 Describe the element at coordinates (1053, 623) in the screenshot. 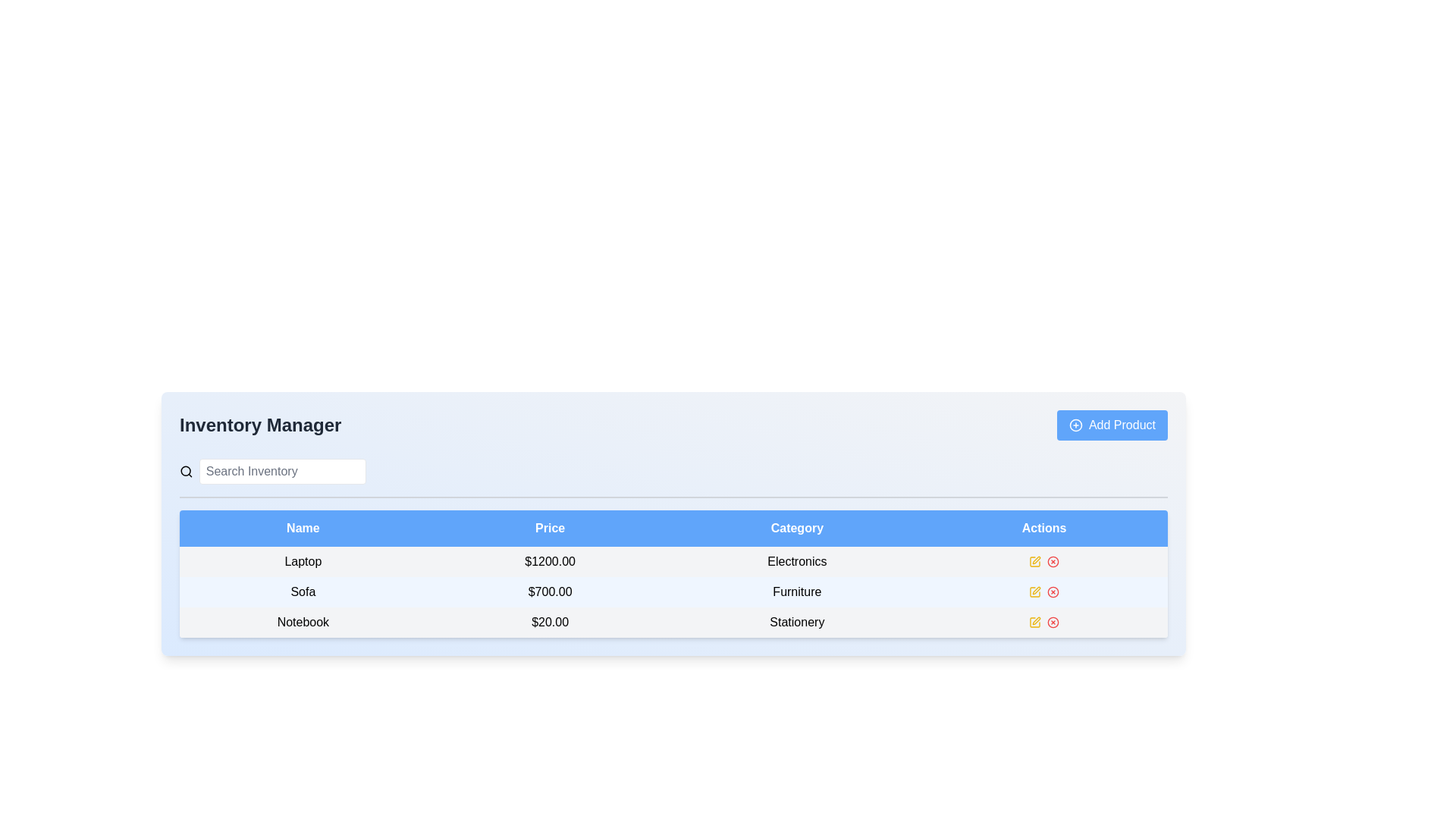

I see `the circular red button with a centered cross located on the far right of the 'Actions' column in the last row to initiate a delete action for the associated row` at that location.